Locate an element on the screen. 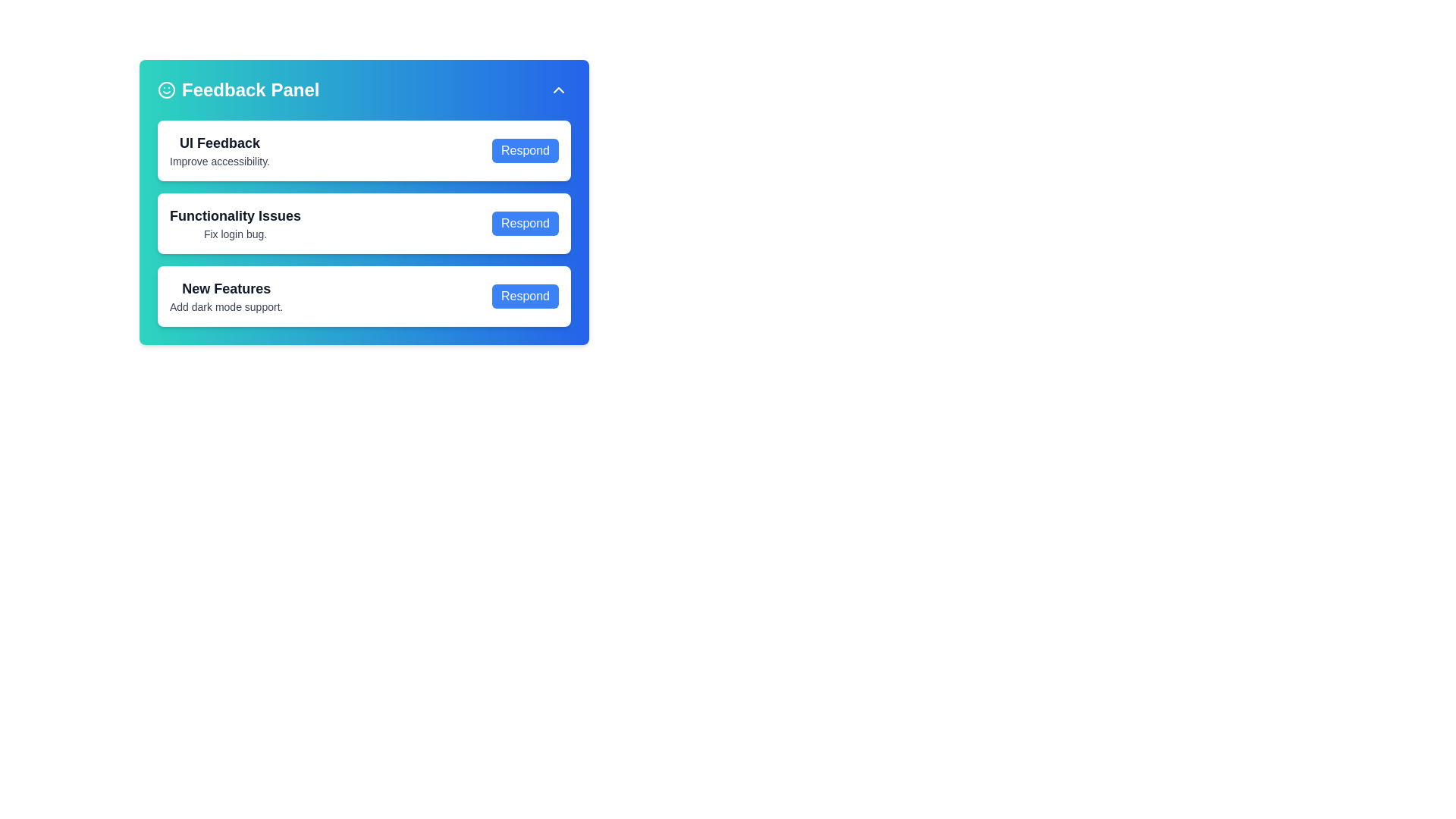 This screenshot has height=819, width=1456. static text label that displays 'Fix login bug.' located directly underneath the heading 'Functionality Issues.' is located at coordinates (234, 234).